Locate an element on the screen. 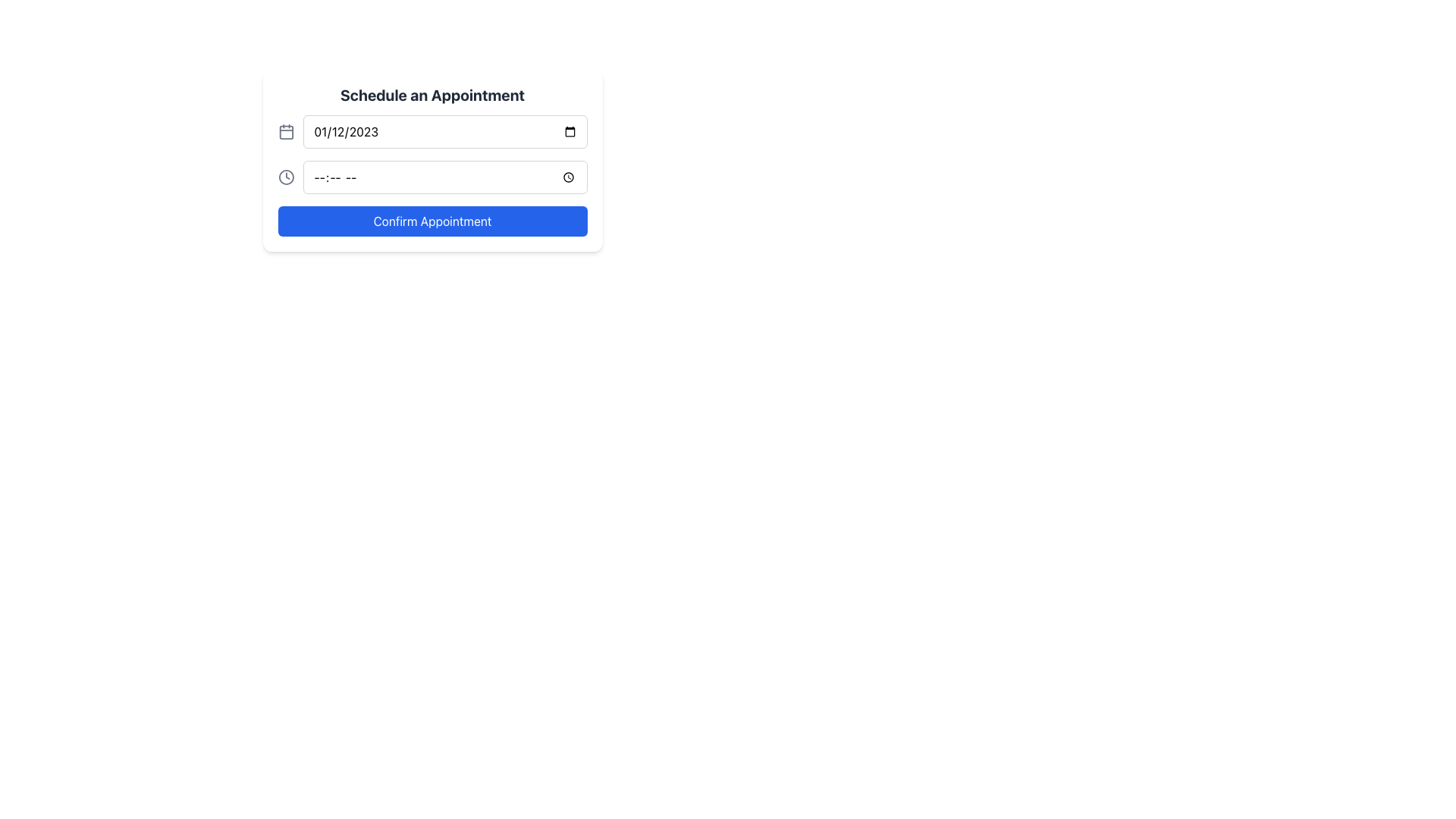 The height and width of the screenshot is (819, 1456). the bold, large heading that displays 'Schedule an Appointment', located at the top of a white rectangular card with a shadow effect is located at coordinates (431, 96).